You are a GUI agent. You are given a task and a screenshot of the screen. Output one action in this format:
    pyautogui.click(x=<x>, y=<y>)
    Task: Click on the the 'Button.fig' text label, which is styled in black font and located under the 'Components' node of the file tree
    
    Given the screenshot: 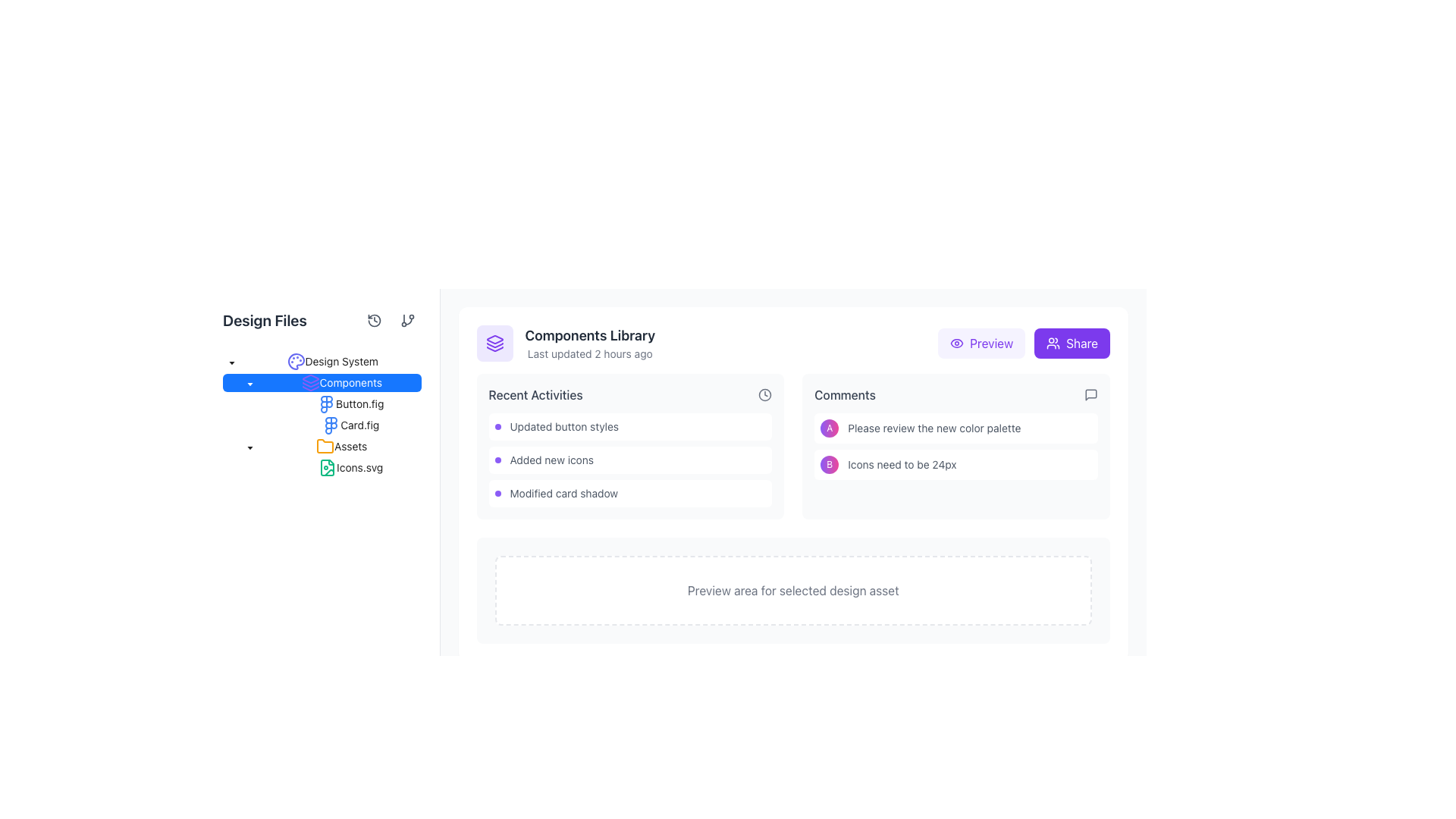 What is the action you would take?
    pyautogui.click(x=321, y=403)
    